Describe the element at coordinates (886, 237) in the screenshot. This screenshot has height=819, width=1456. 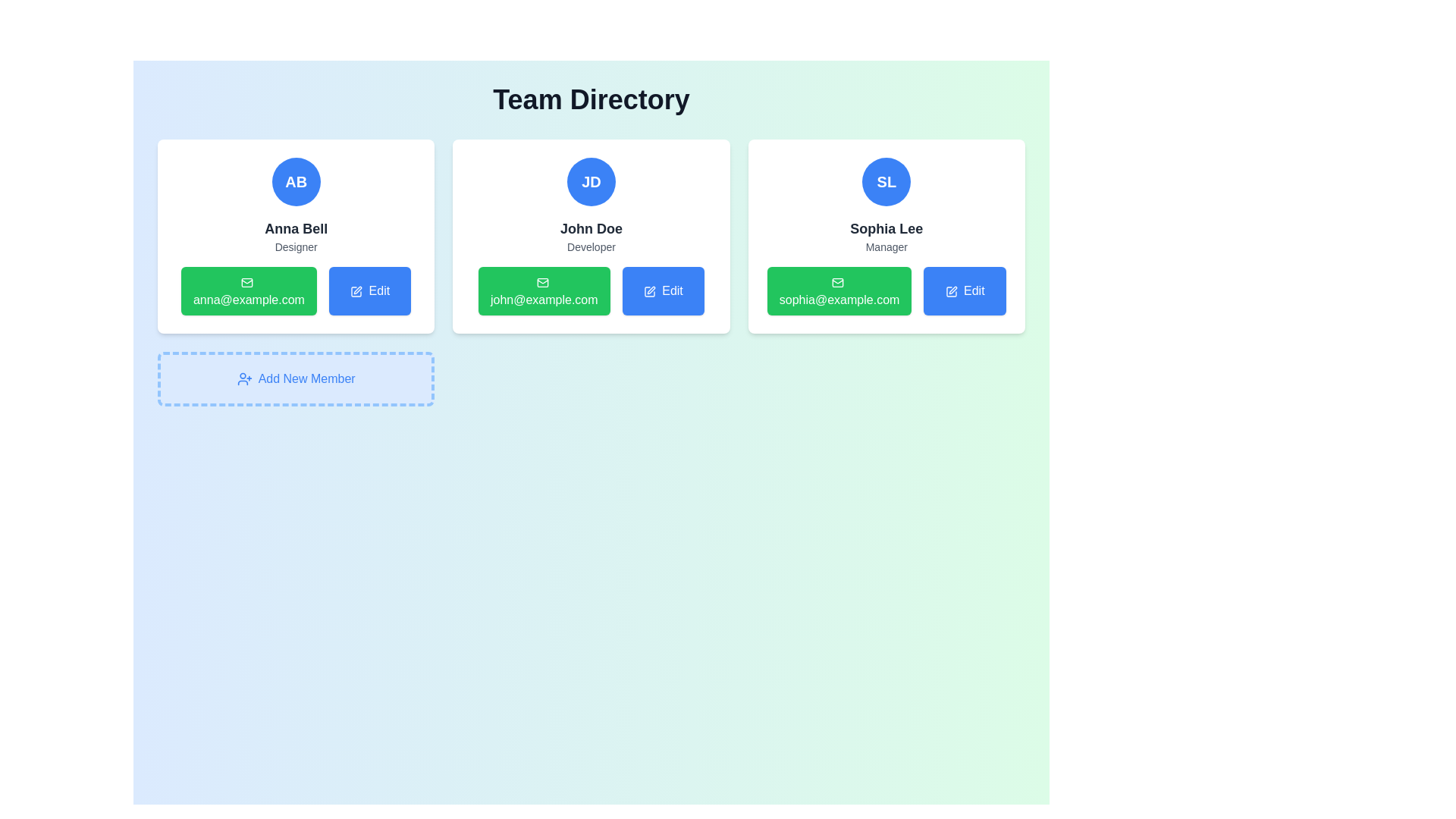
I see `user's name 'Sophia Lee' and designation 'Manager' from the text element located in the center of the third card in the rightmost column of the user profiles grid` at that location.